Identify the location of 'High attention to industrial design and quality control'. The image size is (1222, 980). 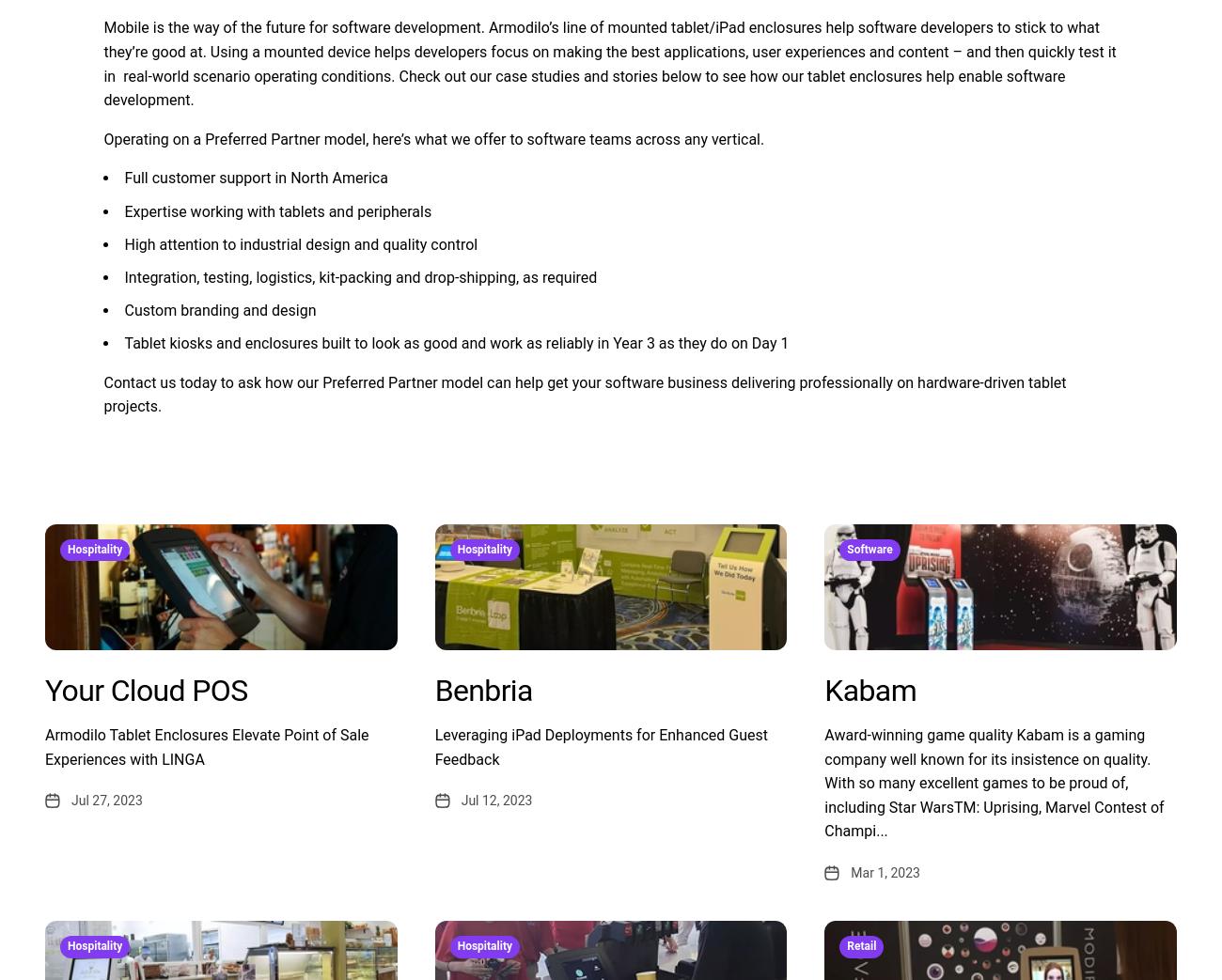
(301, 243).